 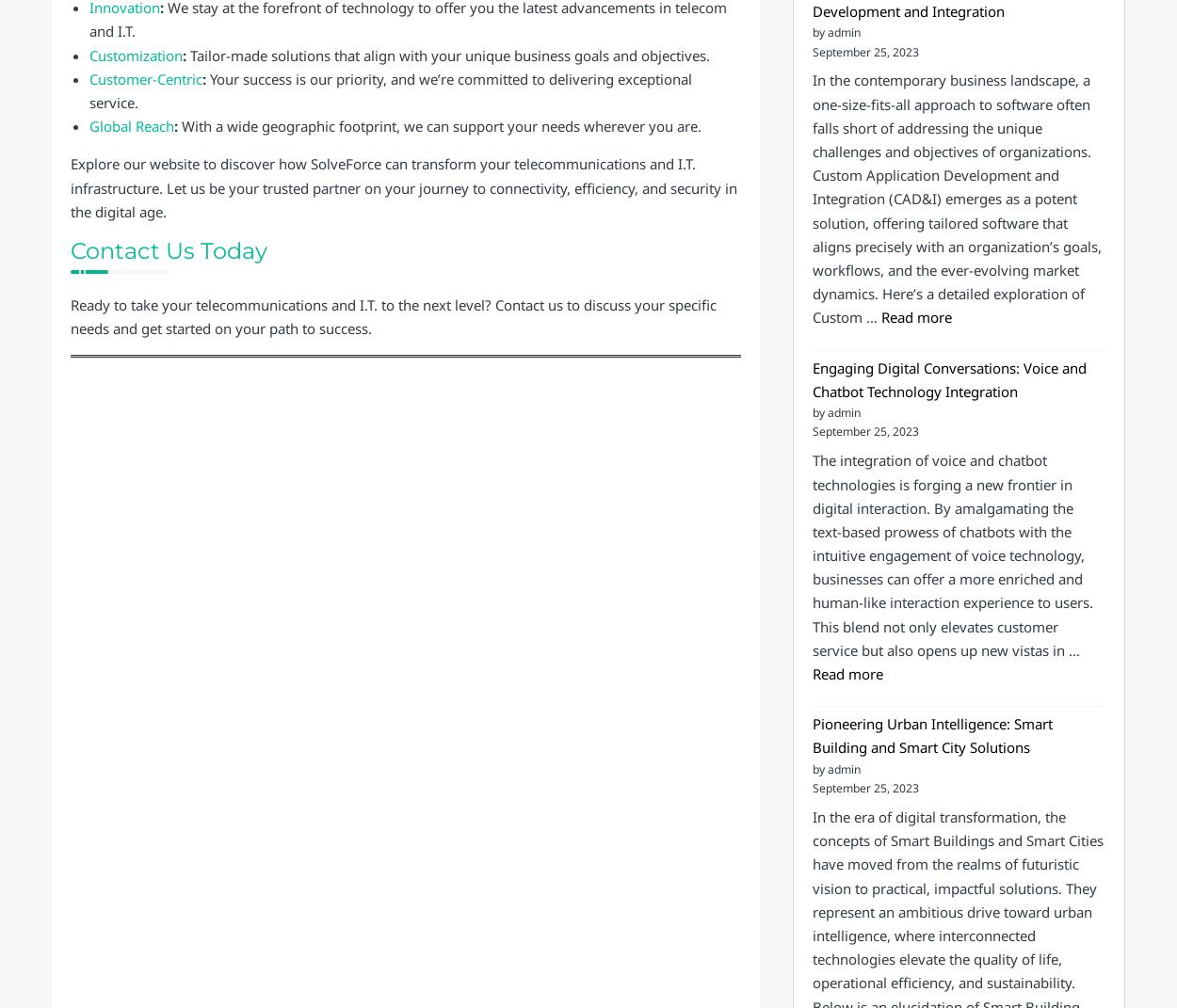 What do you see at coordinates (185, 54) in the screenshot?
I see `'Tailor-made solutions that align with your unique business goals and objectives.'` at bounding box center [185, 54].